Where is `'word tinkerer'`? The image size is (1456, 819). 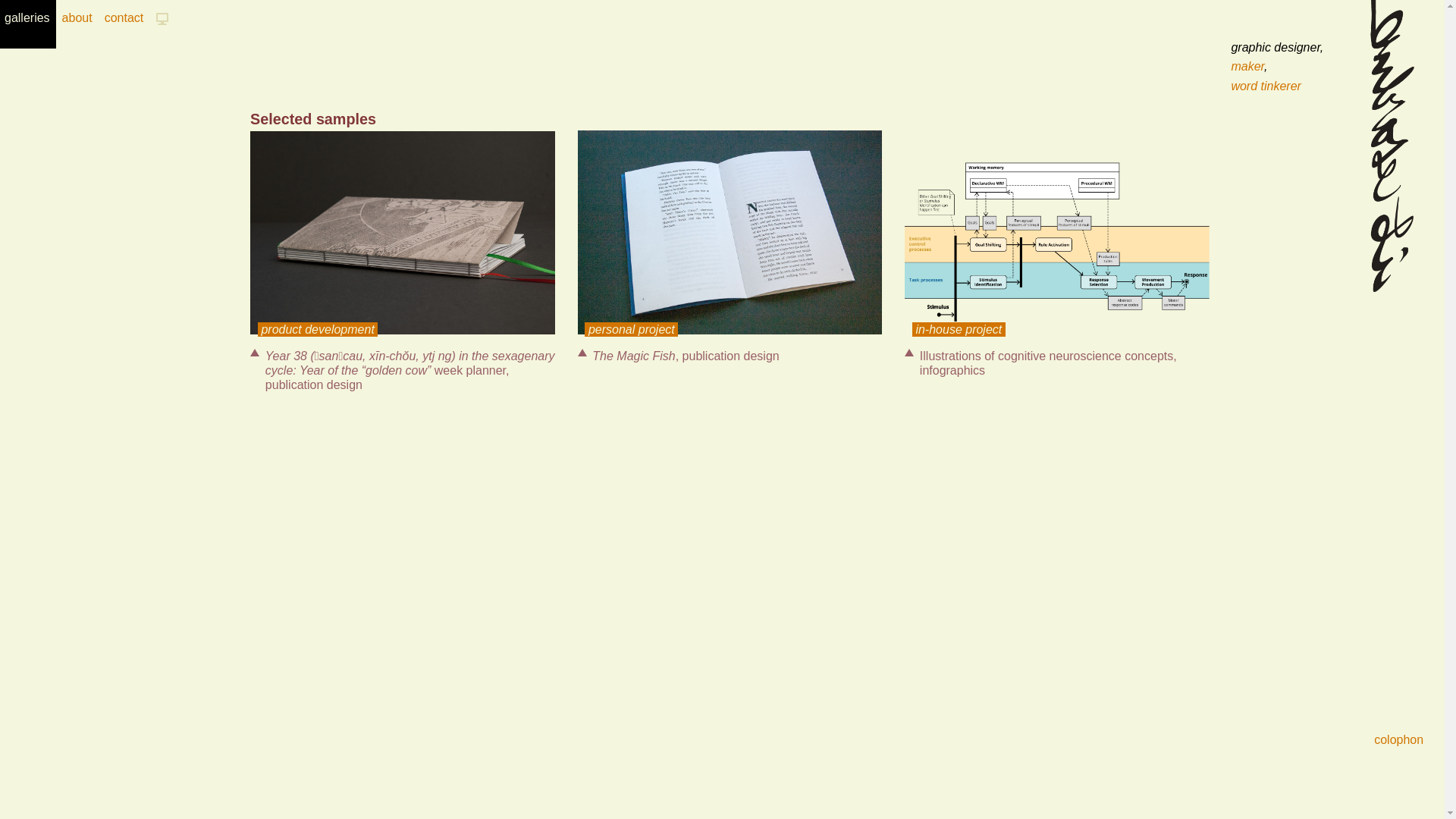 'word tinkerer' is located at coordinates (1230, 86).